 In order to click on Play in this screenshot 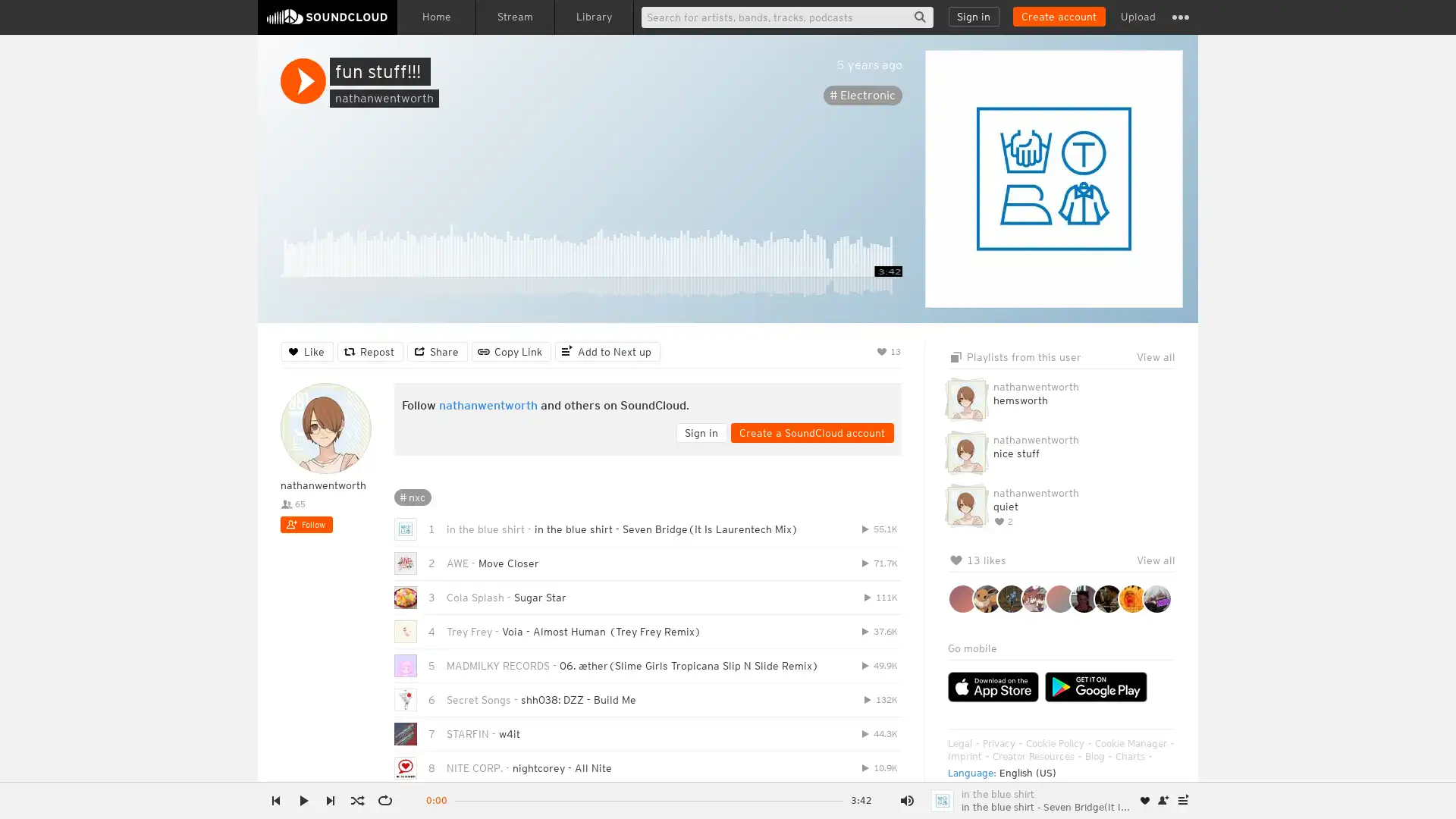, I will do `click(303, 81)`.